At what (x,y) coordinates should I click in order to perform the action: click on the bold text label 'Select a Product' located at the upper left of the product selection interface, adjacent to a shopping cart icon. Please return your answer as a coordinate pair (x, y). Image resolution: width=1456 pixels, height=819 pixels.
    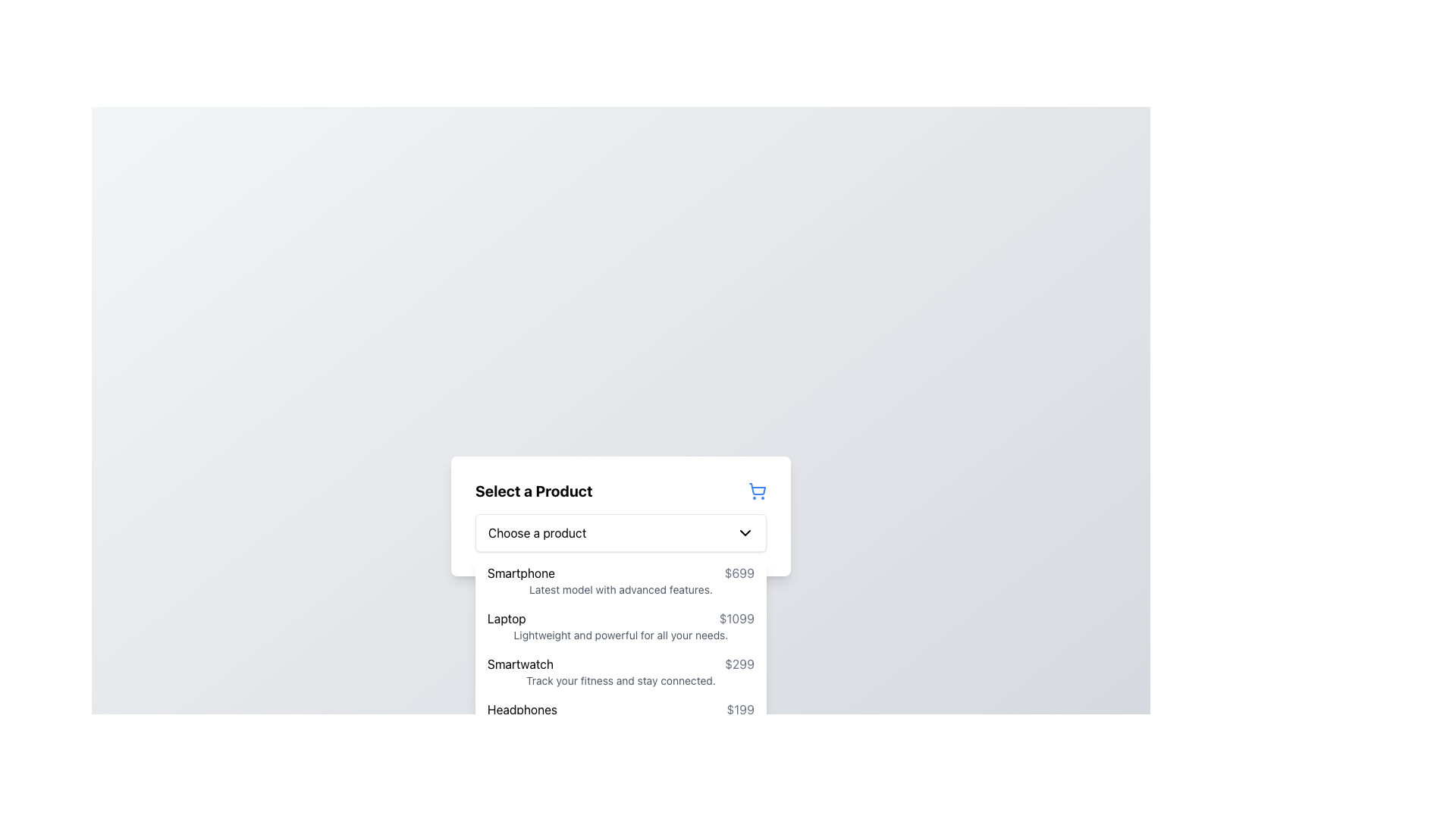
    Looking at the image, I should click on (534, 491).